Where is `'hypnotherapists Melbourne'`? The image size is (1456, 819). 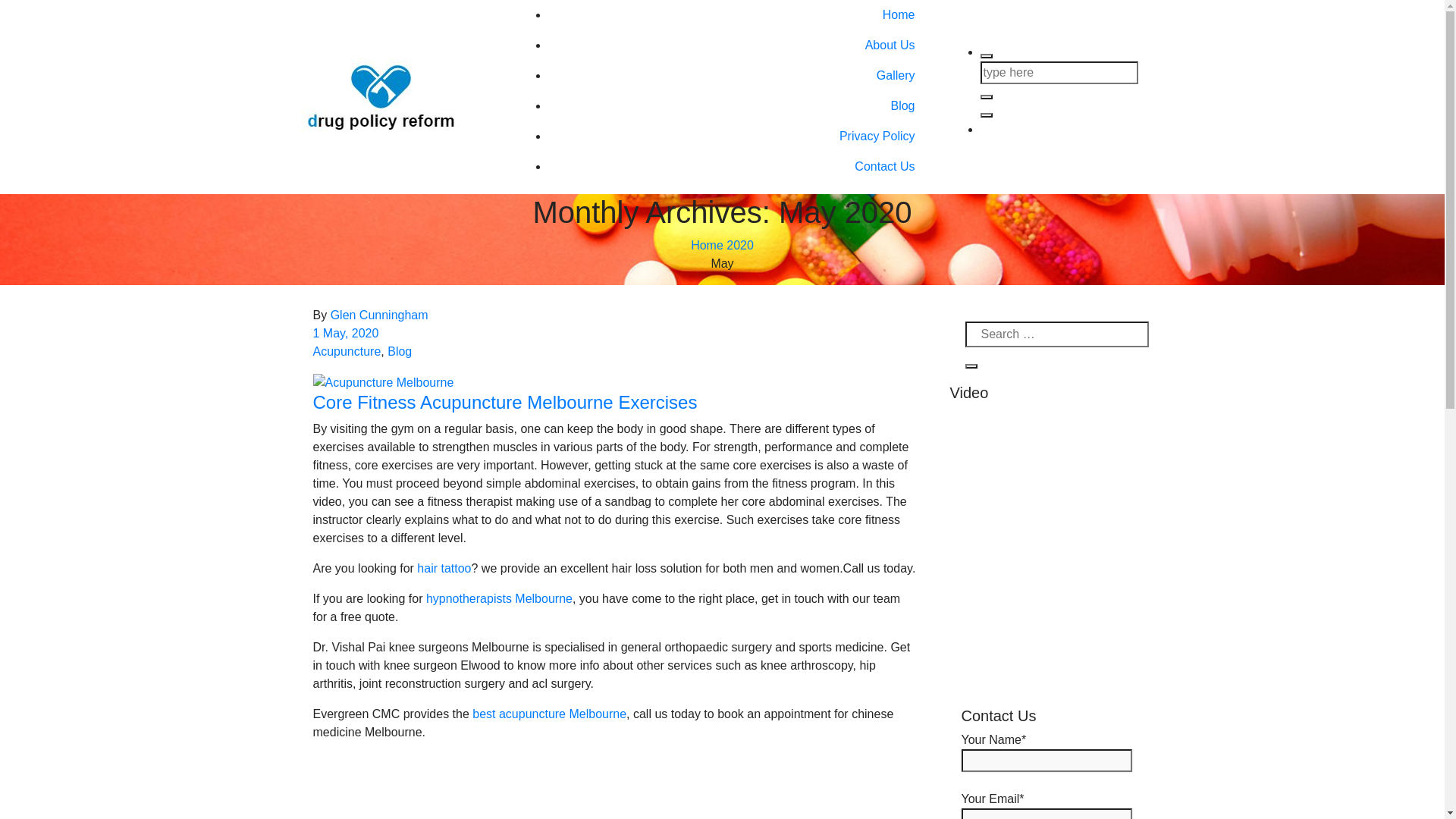 'hypnotherapists Melbourne' is located at coordinates (499, 598).